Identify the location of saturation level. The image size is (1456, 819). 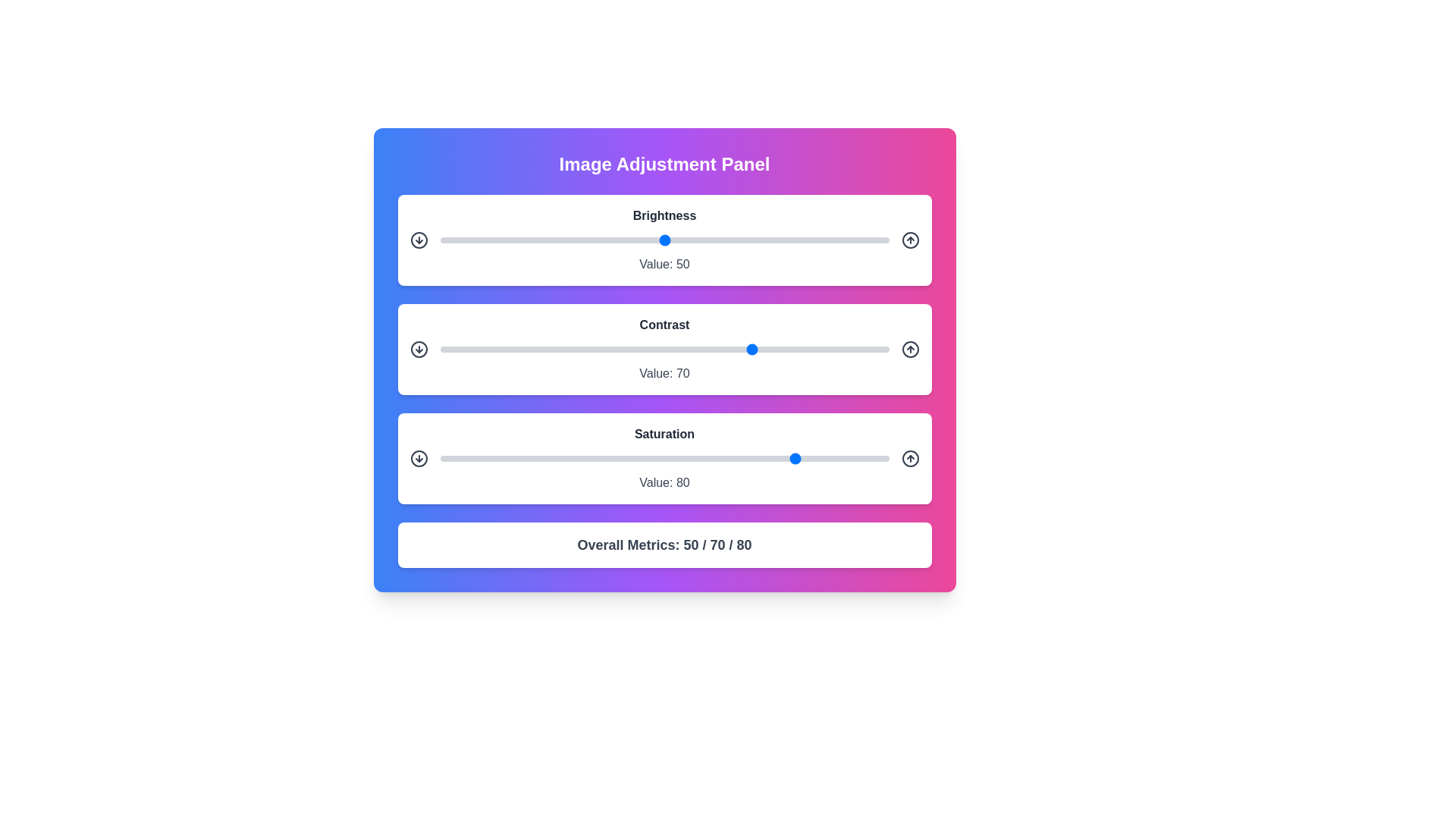
(498, 458).